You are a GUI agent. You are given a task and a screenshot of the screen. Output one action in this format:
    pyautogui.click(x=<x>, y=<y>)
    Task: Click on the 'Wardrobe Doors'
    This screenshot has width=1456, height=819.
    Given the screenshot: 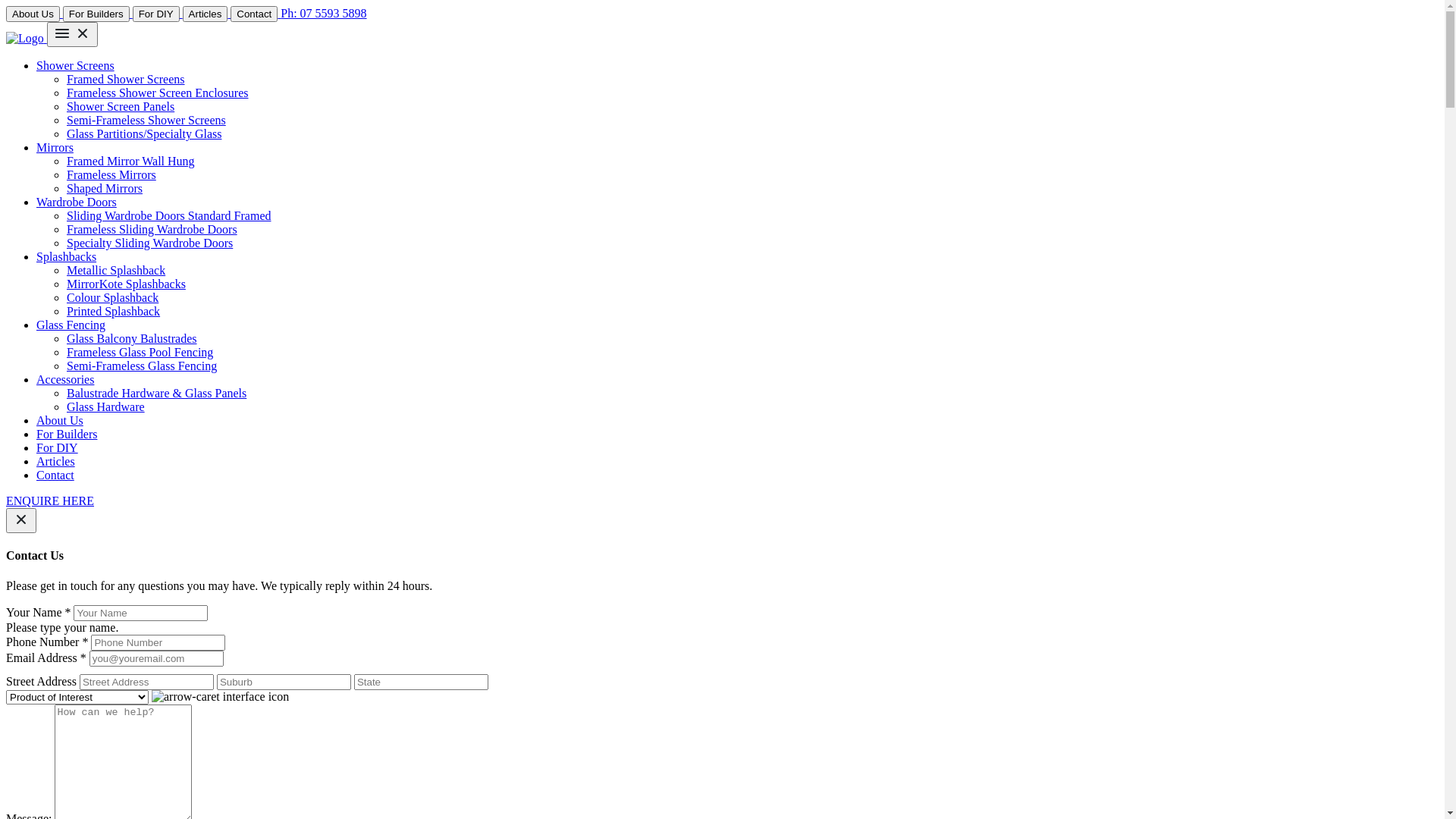 What is the action you would take?
    pyautogui.click(x=36, y=201)
    